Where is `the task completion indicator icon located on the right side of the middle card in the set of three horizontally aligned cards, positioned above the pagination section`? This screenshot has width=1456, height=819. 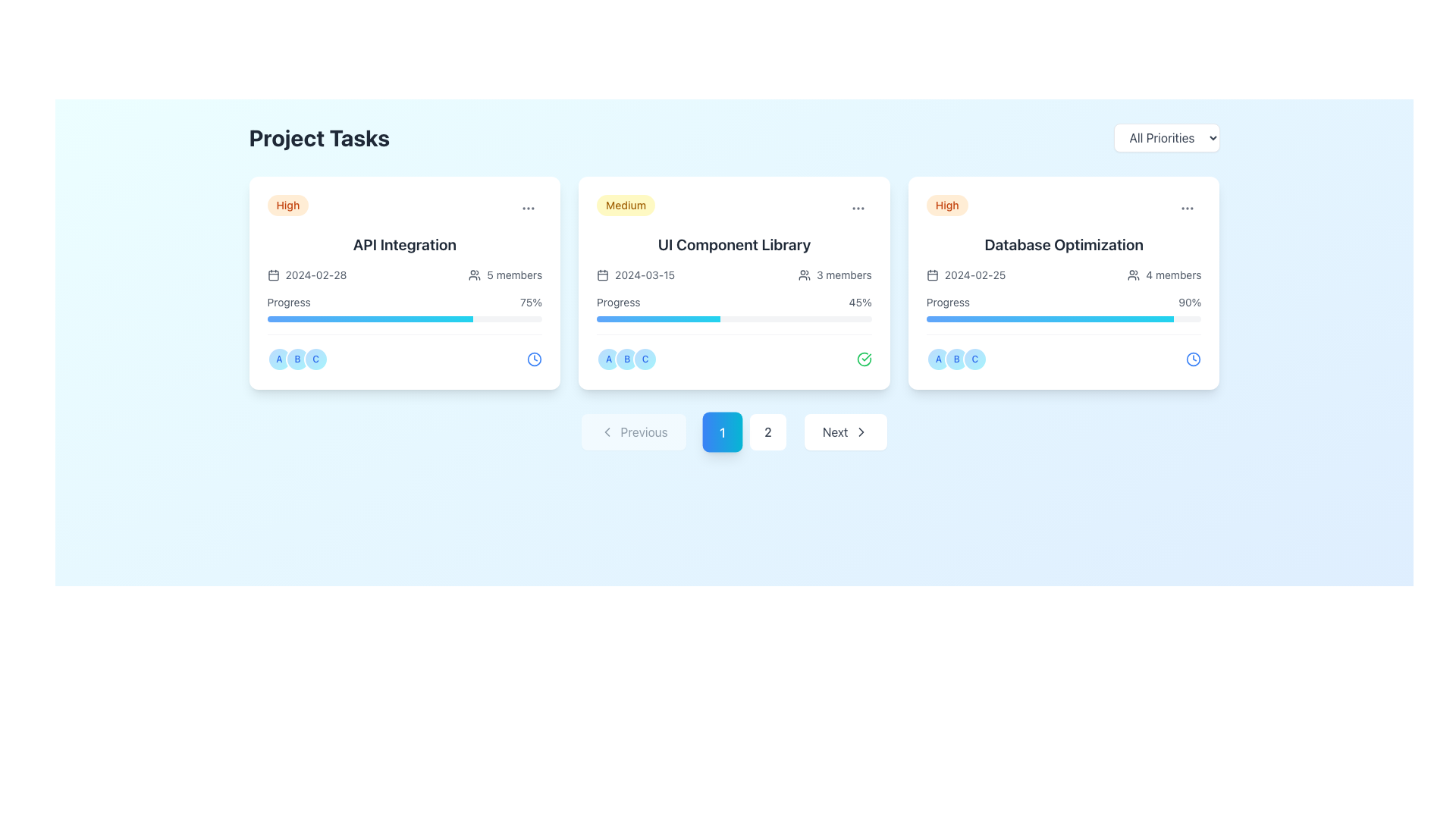 the task completion indicator icon located on the right side of the middle card in the set of three horizontally aligned cards, positioned above the pagination section is located at coordinates (864, 359).